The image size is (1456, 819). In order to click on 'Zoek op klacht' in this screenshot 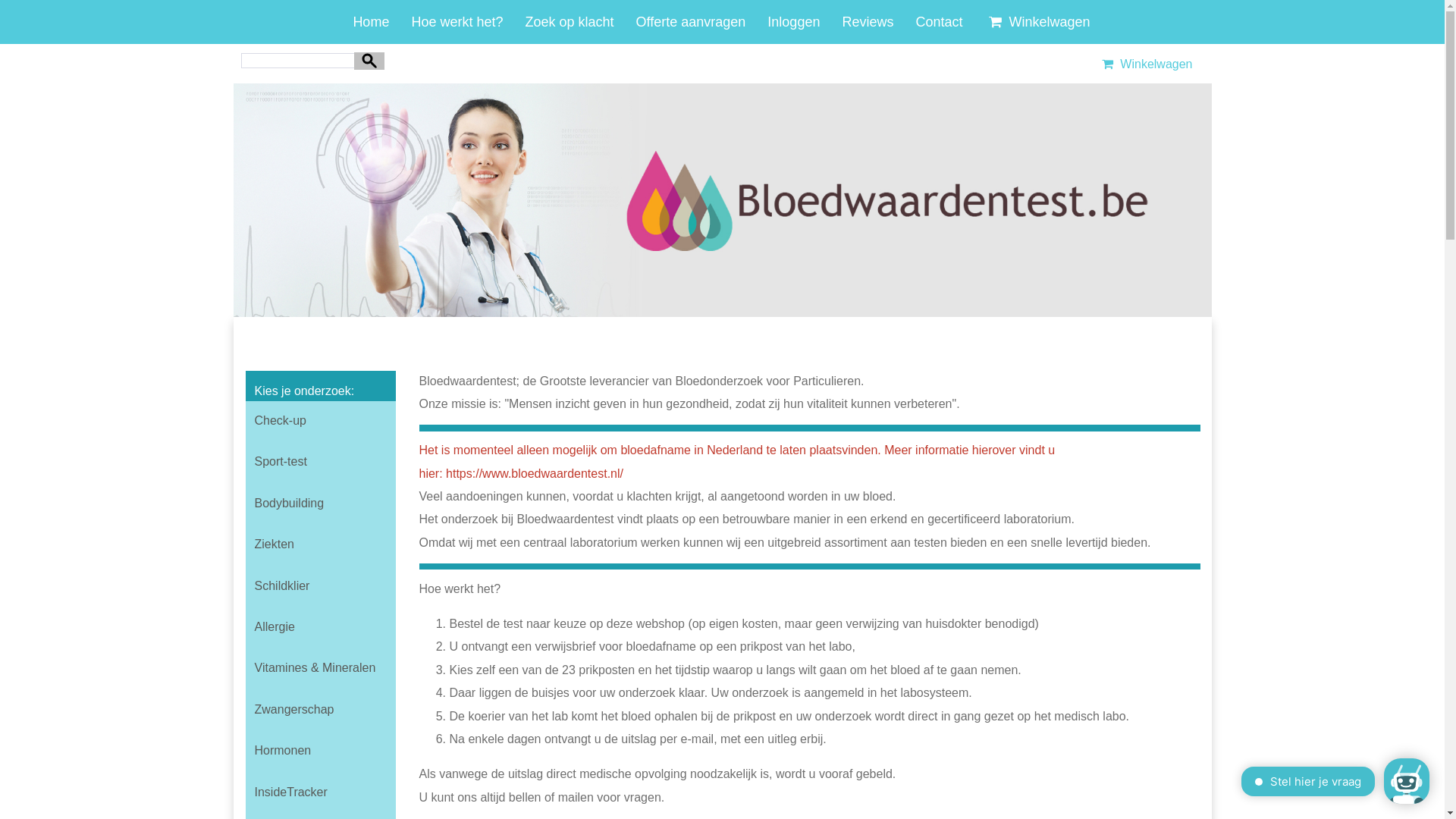, I will do `click(524, 22)`.